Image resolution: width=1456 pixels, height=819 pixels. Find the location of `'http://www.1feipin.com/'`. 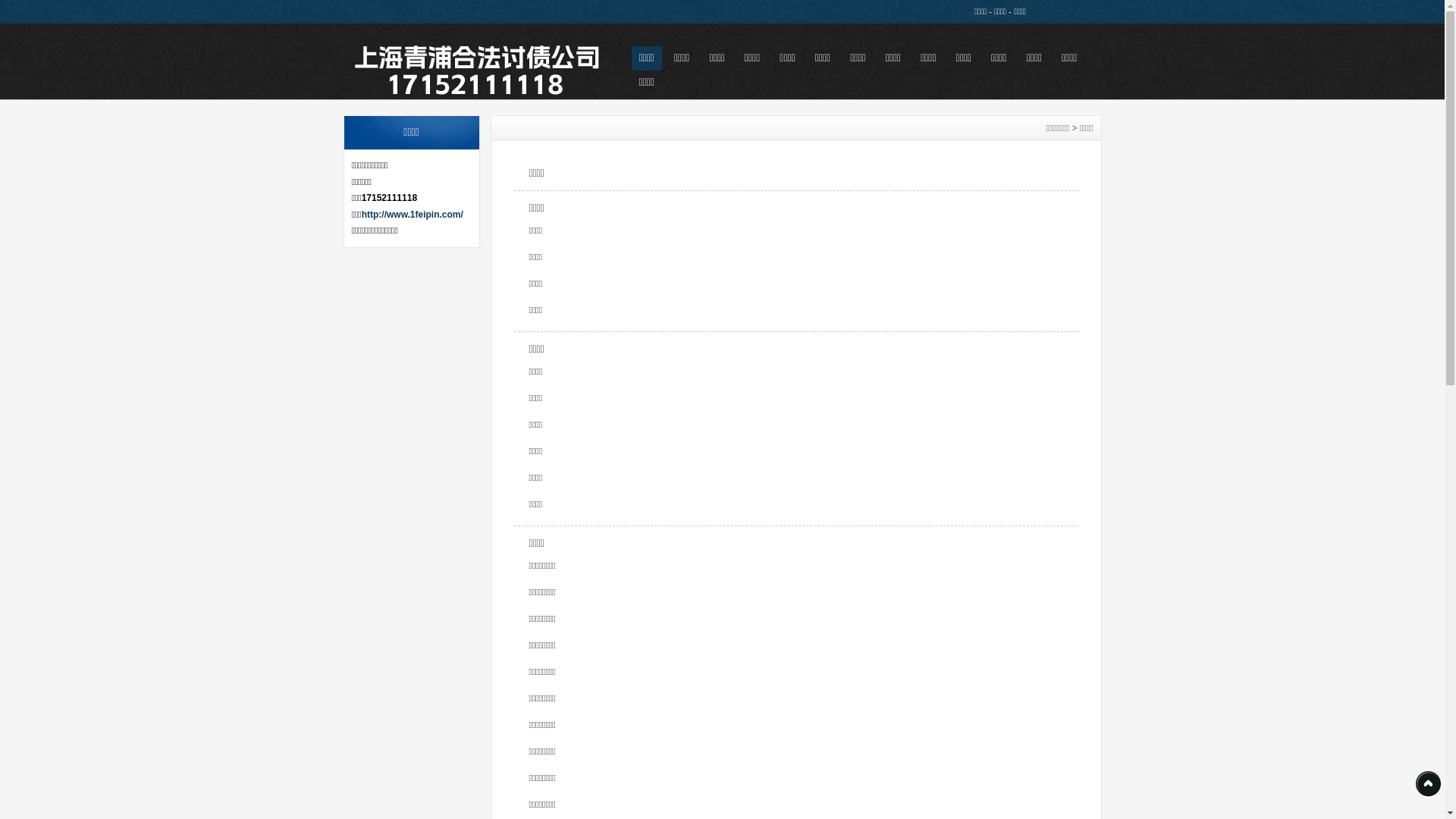

'http://www.1feipin.com/' is located at coordinates (412, 214).